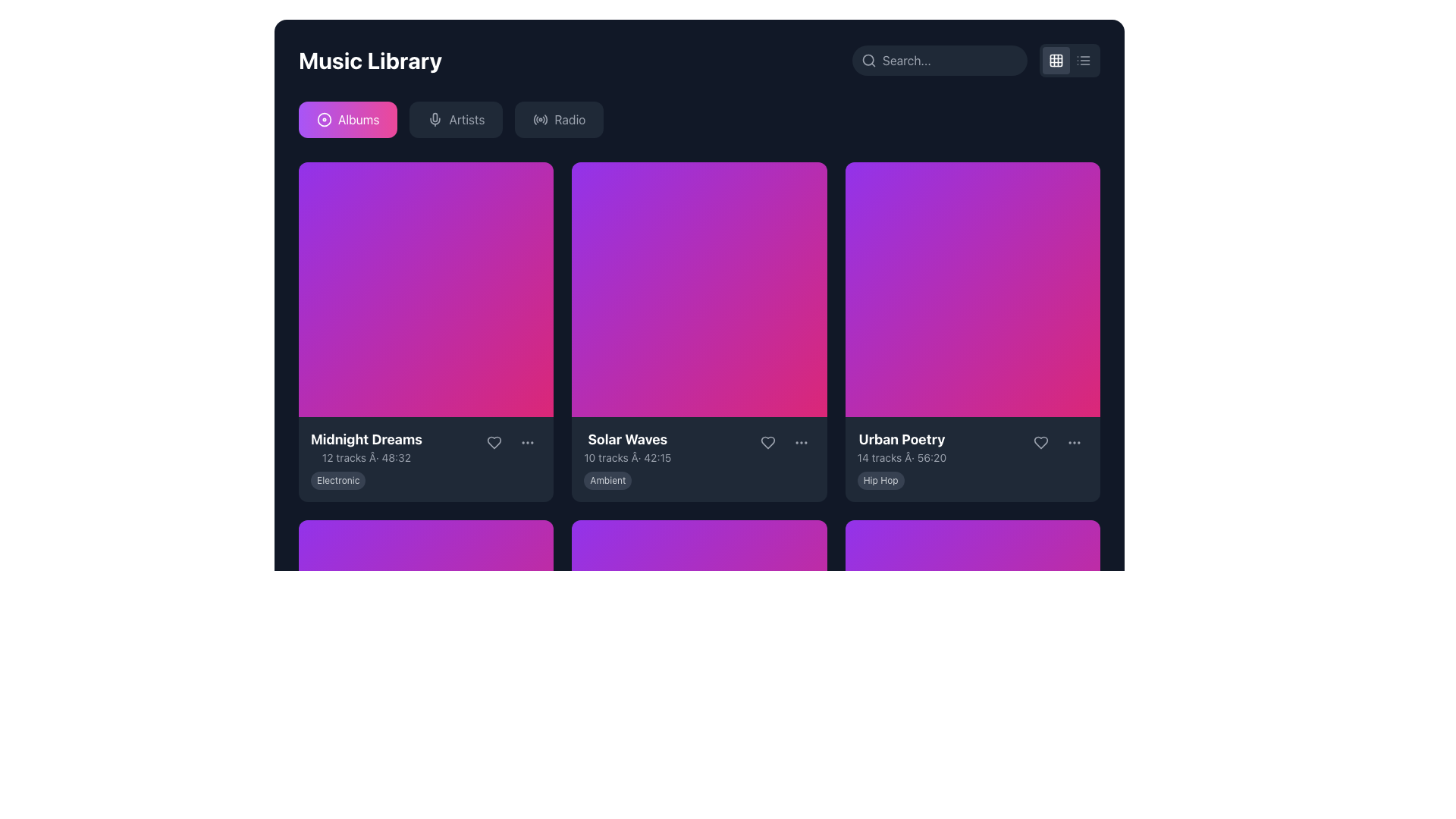 The width and height of the screenshot is (1456, 819). What do you see at coordinates (347, 119) in the screenshot?
I see `the navigation button for accessing albums in the music library interface` at bounding box center [347, 119].